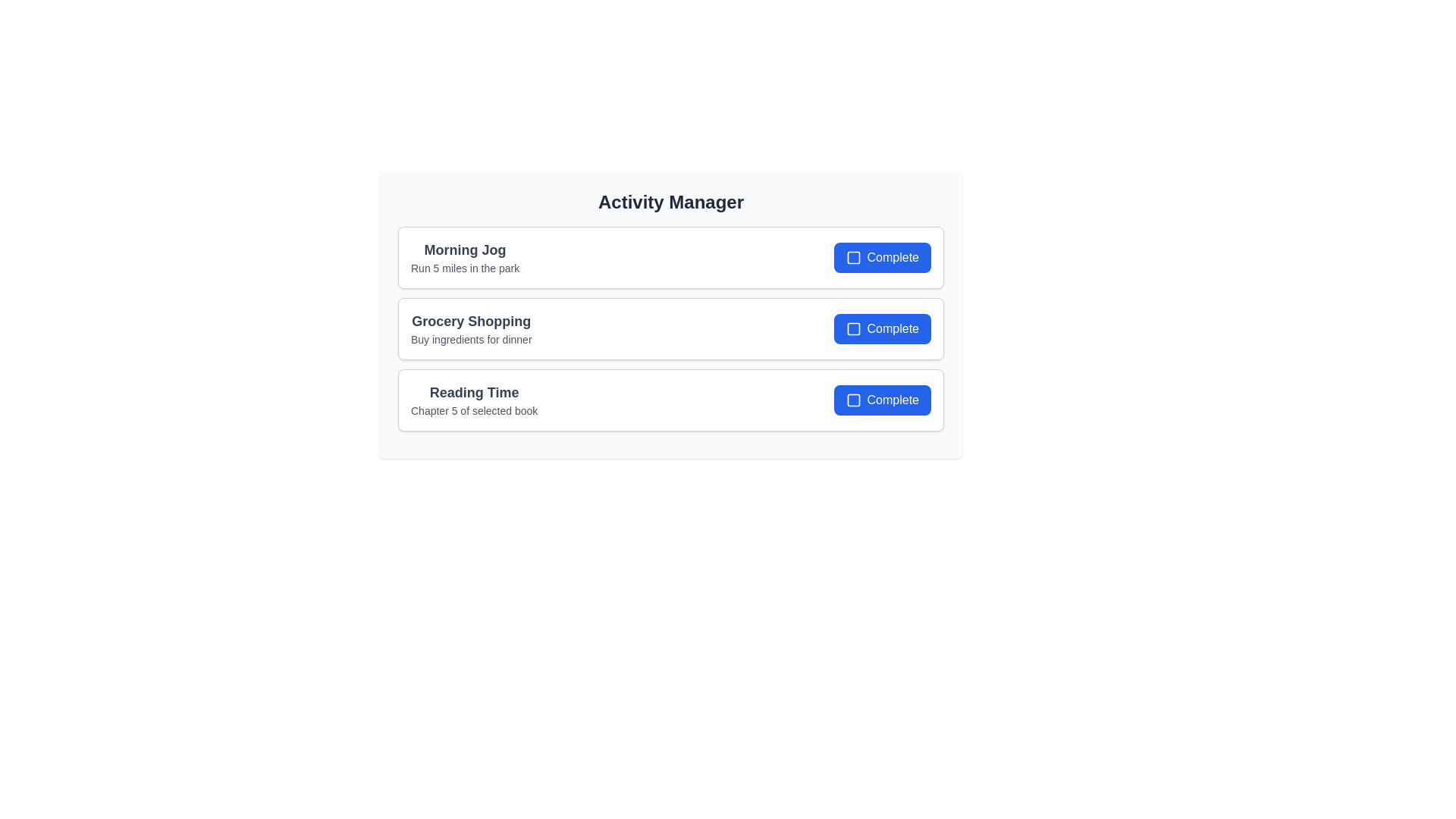  What do you see at coordinates (670, 328) in the screenshot?
I see `the Task card element, which is located between 'Morning Jog' and 'Reading Time' in the task manager list` at bounding box center [670, 328].